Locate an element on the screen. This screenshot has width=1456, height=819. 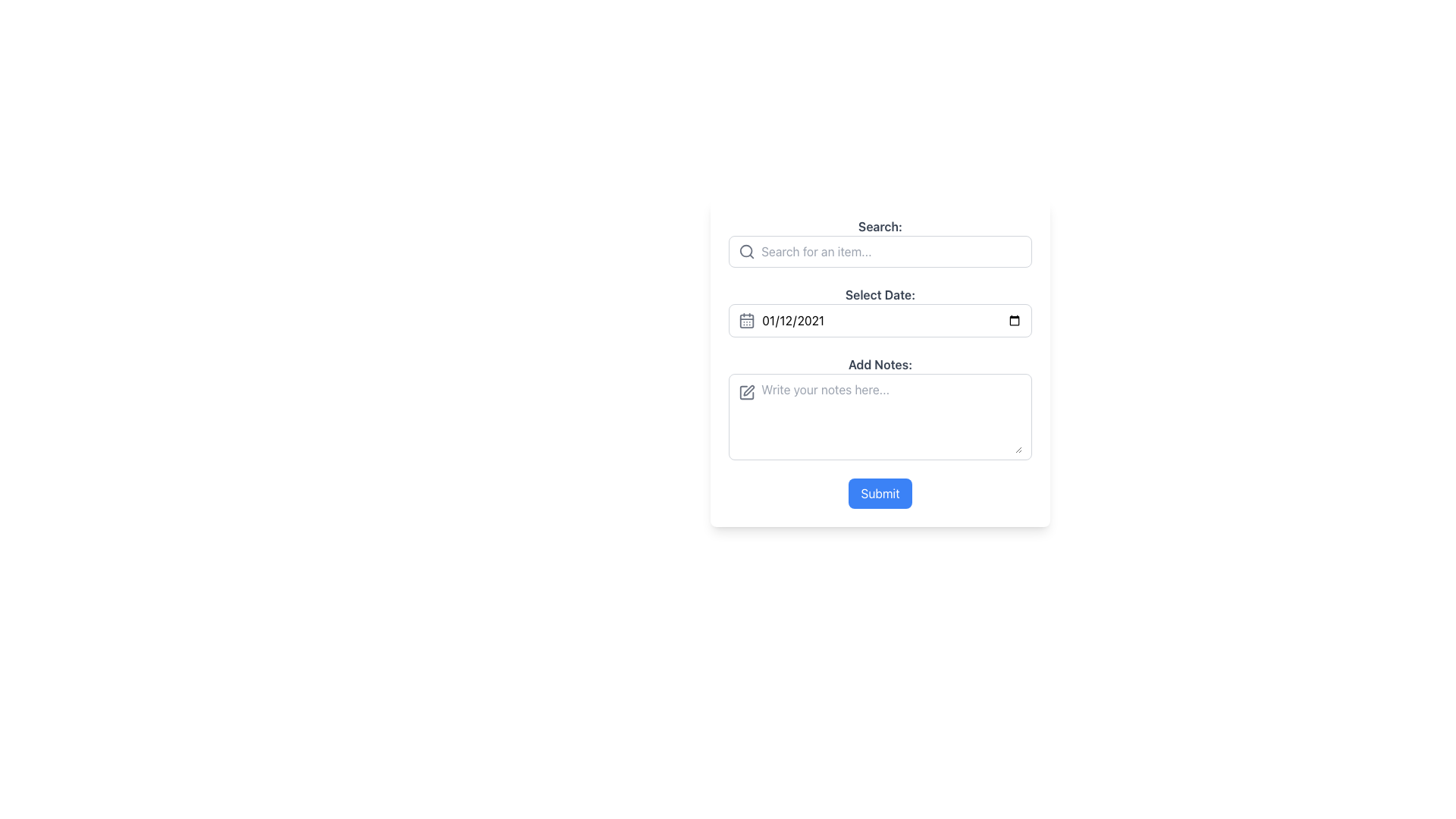
the pen icon within the SVG element representing the 'edit' or 'write' feature, located in the top-right position of the interface is located at coordinates (748, 390).